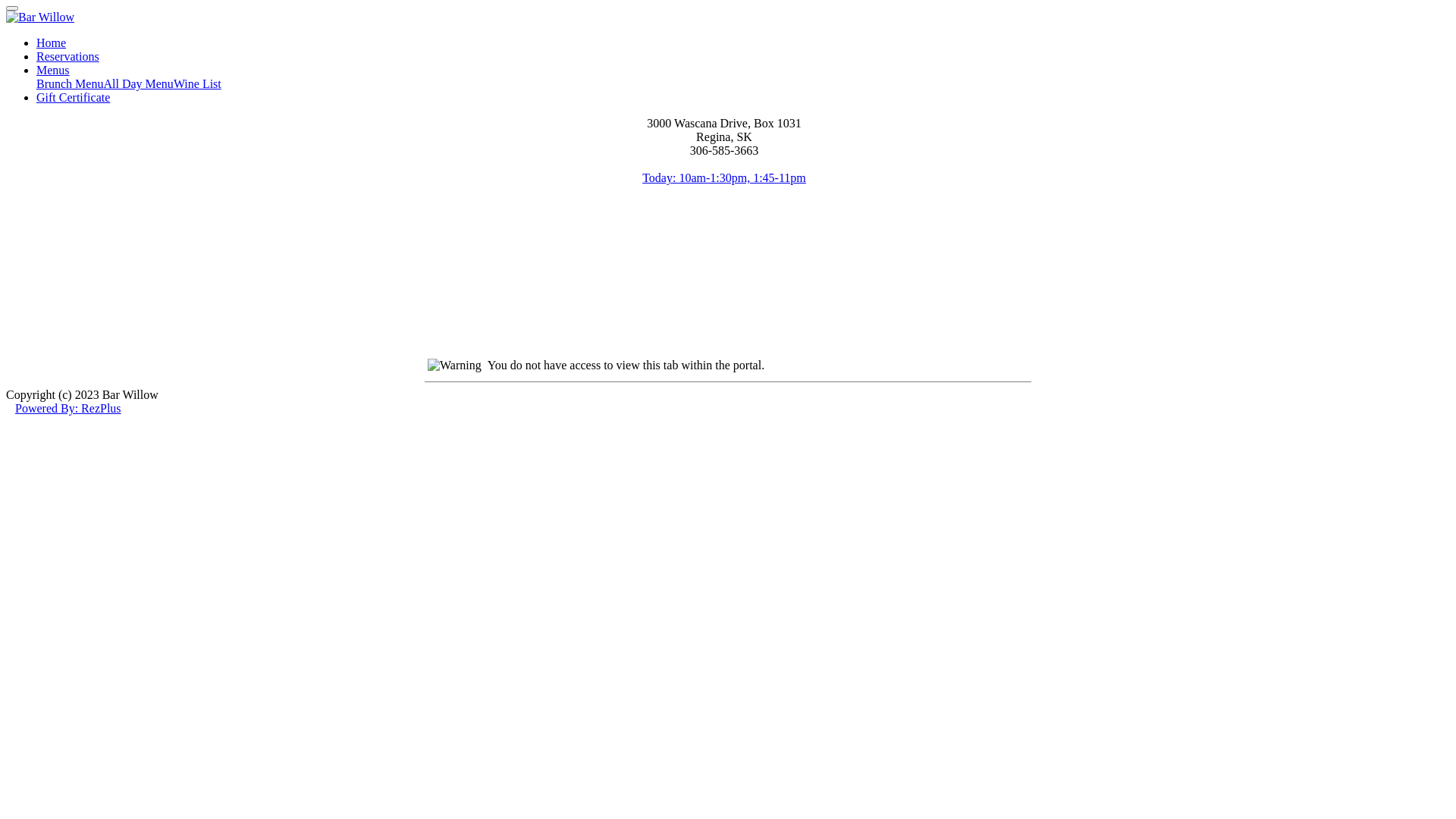  I want to click on 'Today: 10am-1:30pm, 1:45-11pm', so click(723, 177).